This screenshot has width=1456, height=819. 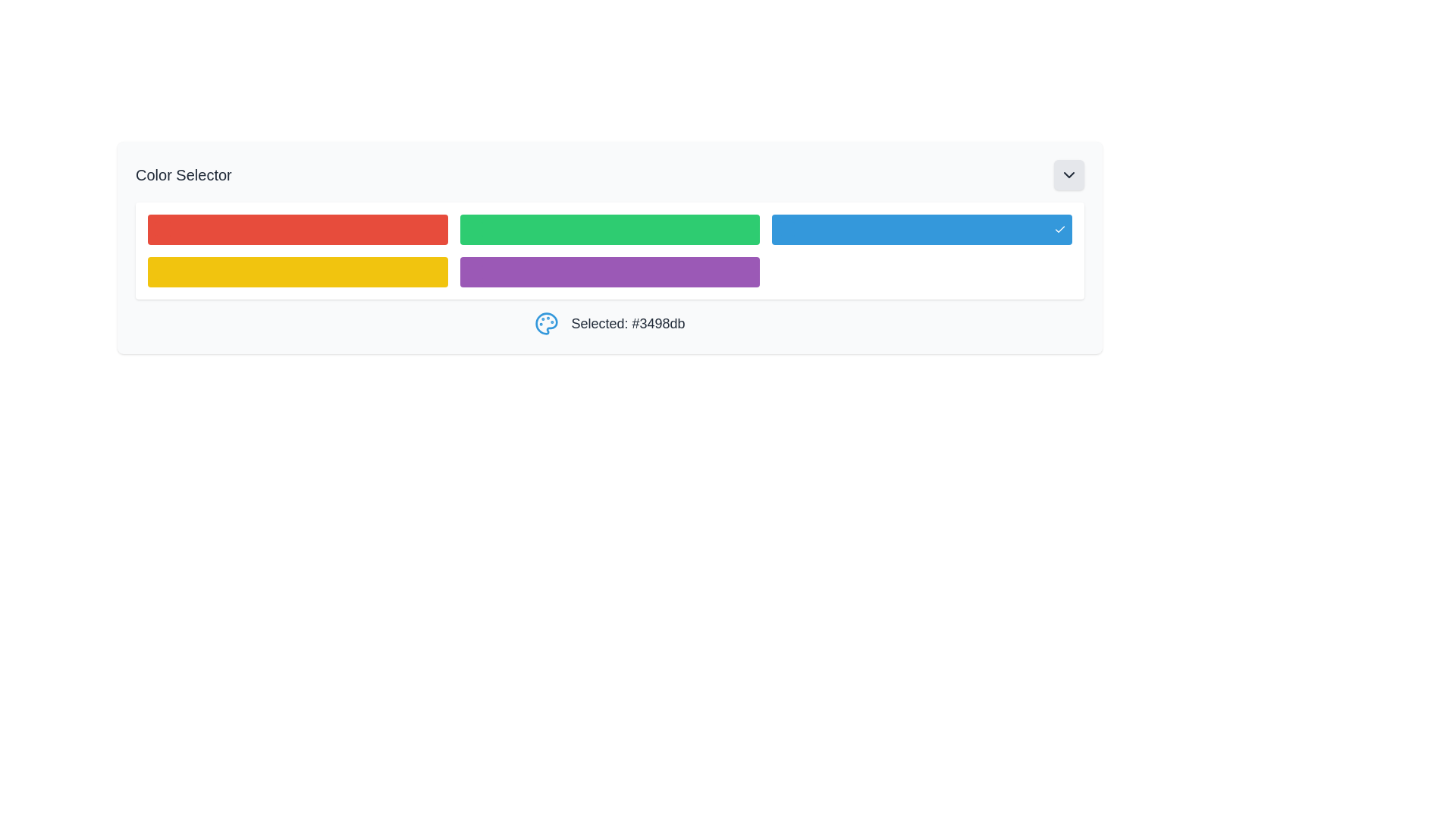 I want to click on the color selector button located in the second row and second column of the grid layout, so click(x=610, y=271).